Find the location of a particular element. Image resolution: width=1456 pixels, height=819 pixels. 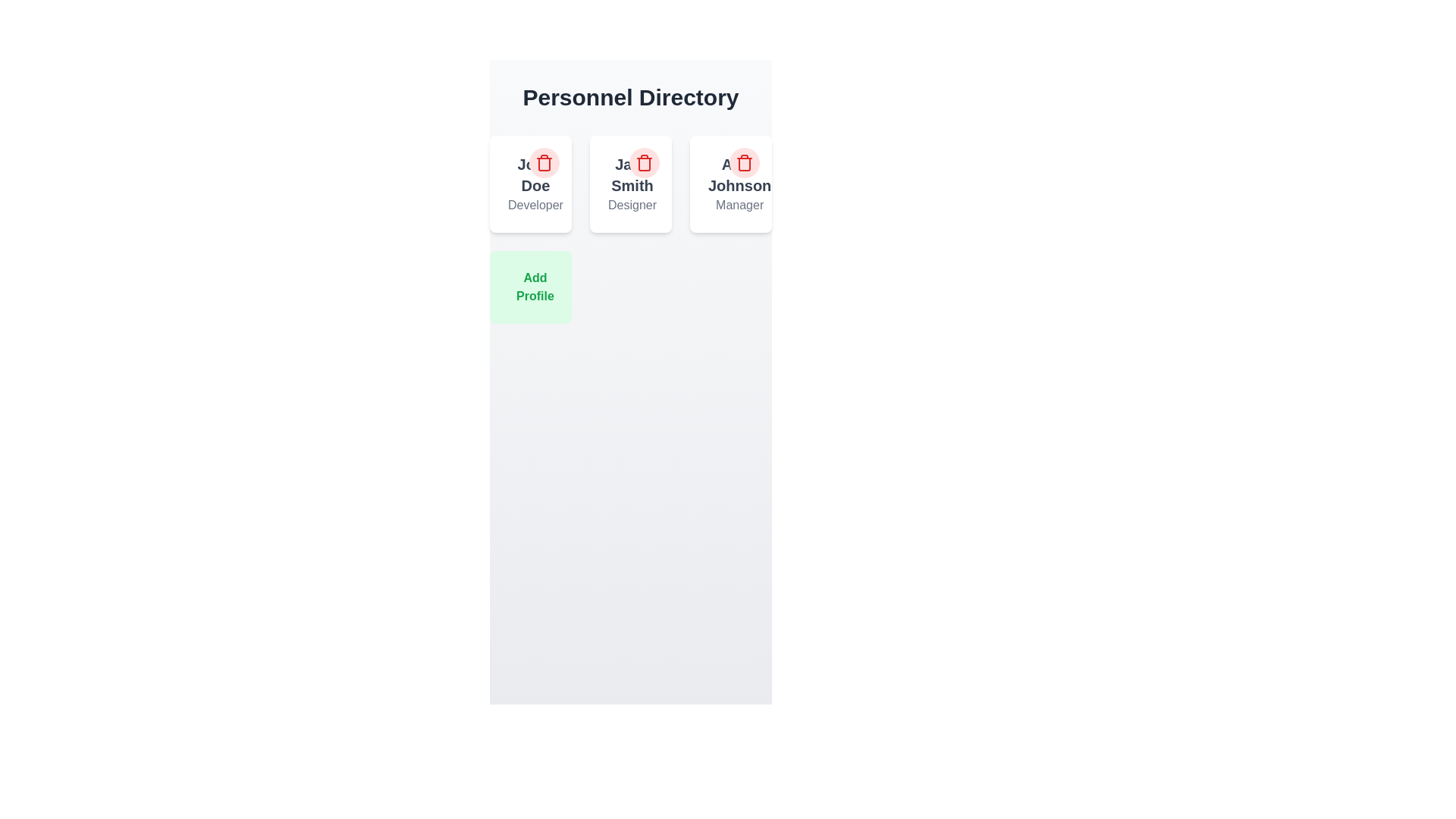

the red trash can icon button located at the top-right corner of Jane Smith's user card to initiate a delete action is located at coordinates (644, 164).